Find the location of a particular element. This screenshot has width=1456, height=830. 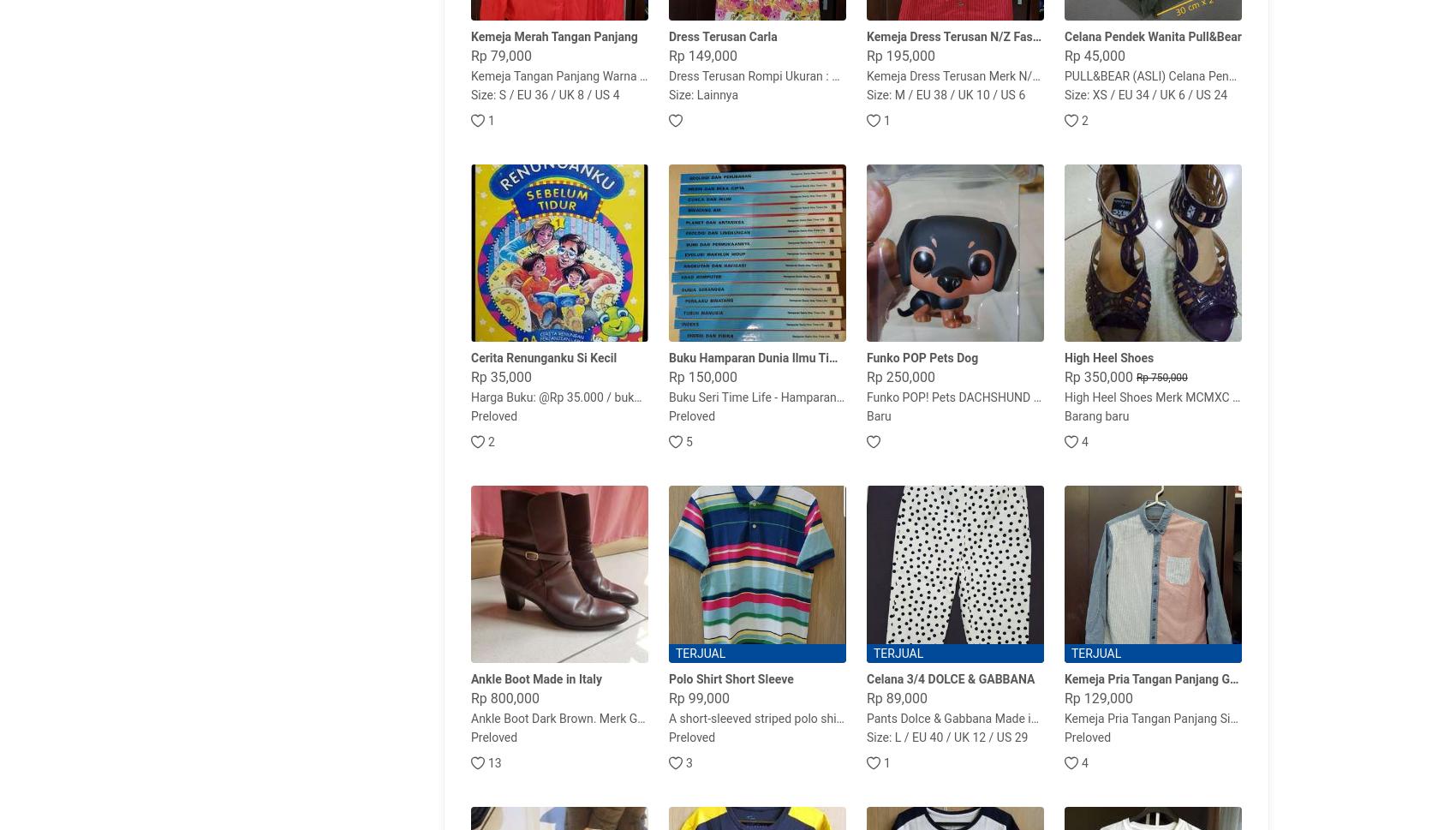

'Rp 195,000' is located at coordinates (899, 55).